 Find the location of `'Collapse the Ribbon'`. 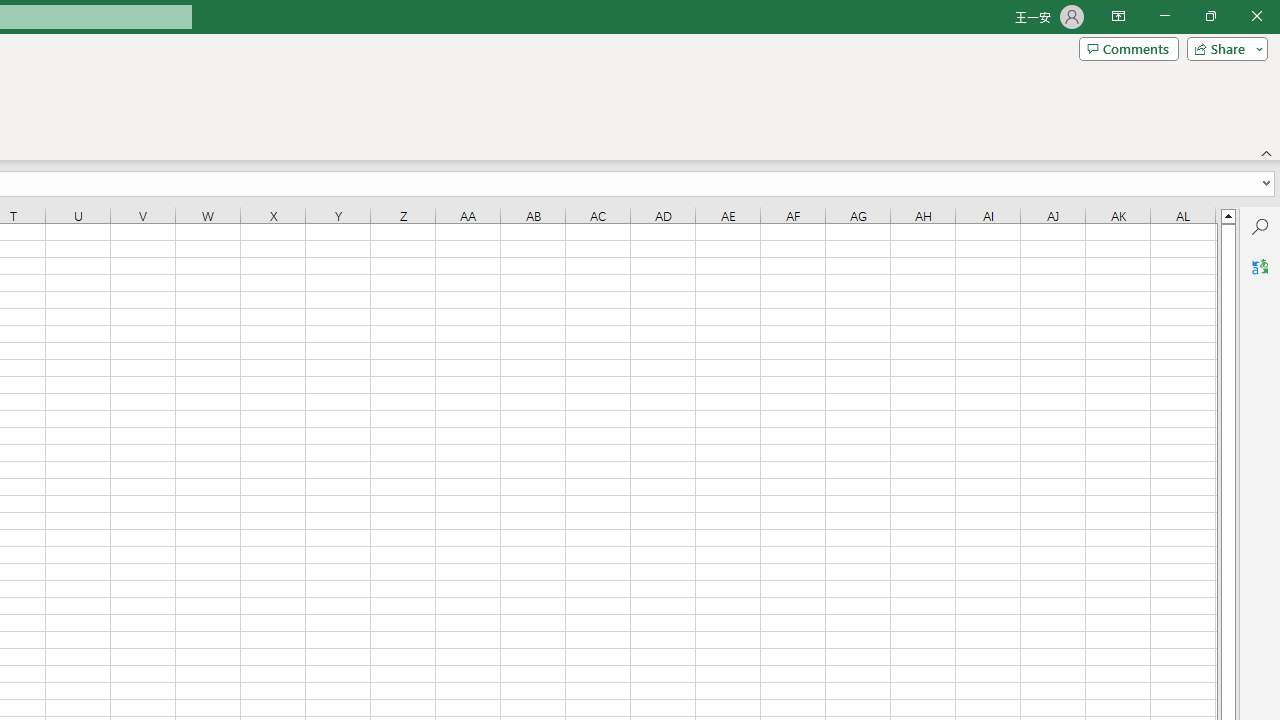

'Collapse the Ribbon' is located at coordinates (1266, 152).